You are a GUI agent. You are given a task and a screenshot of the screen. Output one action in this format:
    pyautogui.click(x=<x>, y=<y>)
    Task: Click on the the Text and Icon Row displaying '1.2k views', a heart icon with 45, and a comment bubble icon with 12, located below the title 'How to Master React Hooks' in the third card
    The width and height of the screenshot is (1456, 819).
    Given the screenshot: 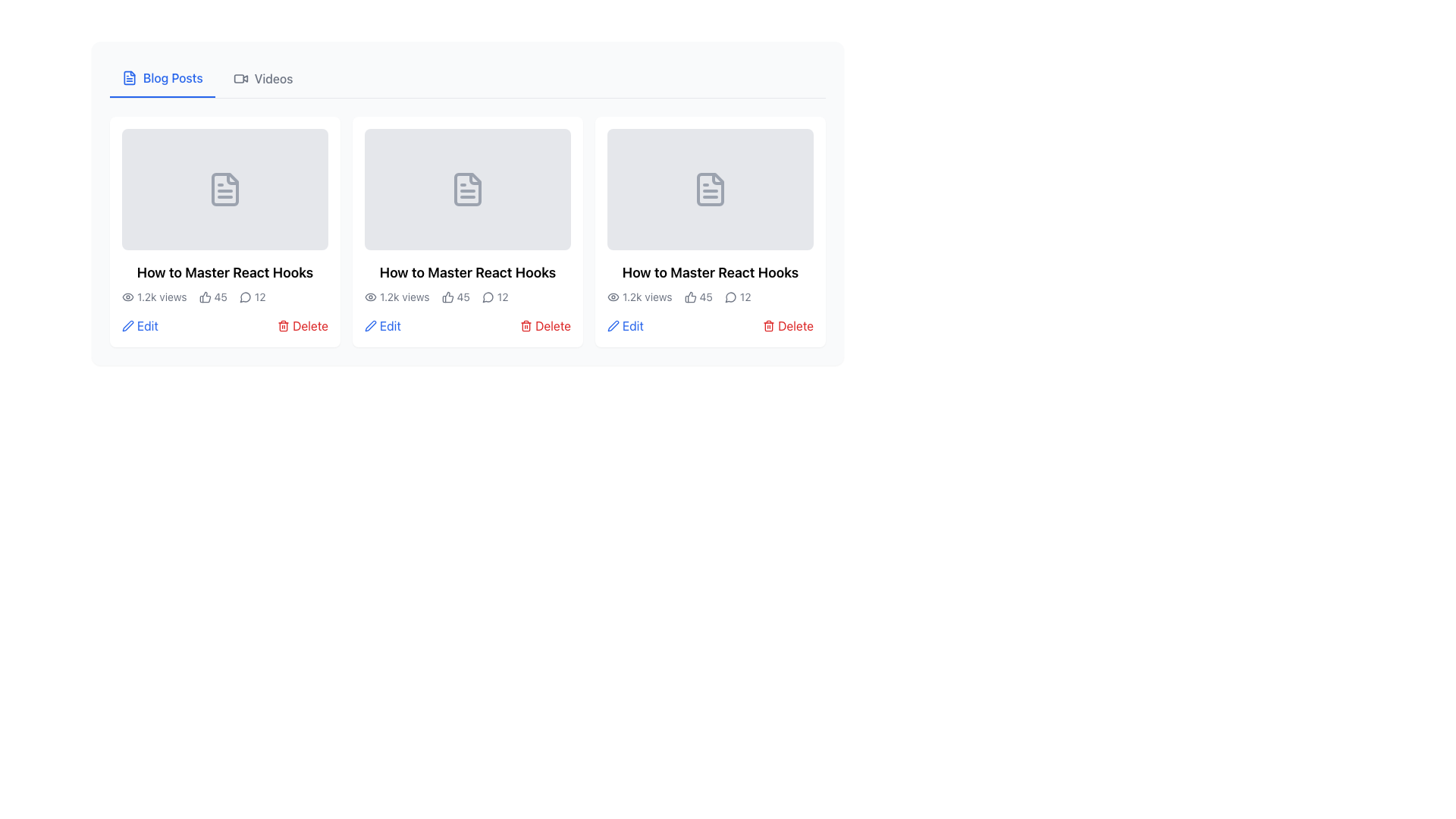 What is the action you would take?
    pyautogui.click(x=709, y=297)
    